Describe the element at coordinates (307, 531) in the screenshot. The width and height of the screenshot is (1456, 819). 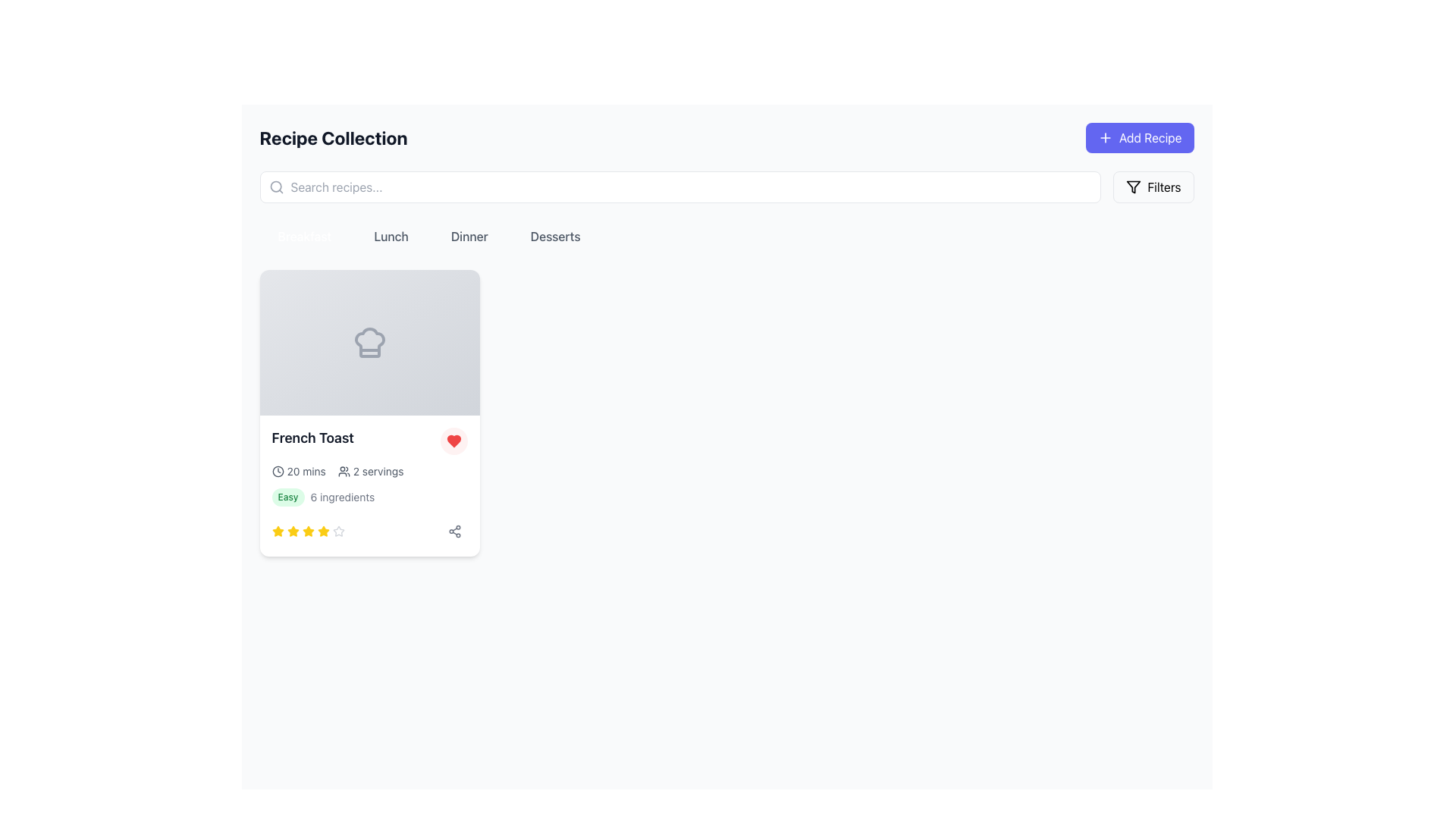
I see `the fourth yellow star icon` at that location.